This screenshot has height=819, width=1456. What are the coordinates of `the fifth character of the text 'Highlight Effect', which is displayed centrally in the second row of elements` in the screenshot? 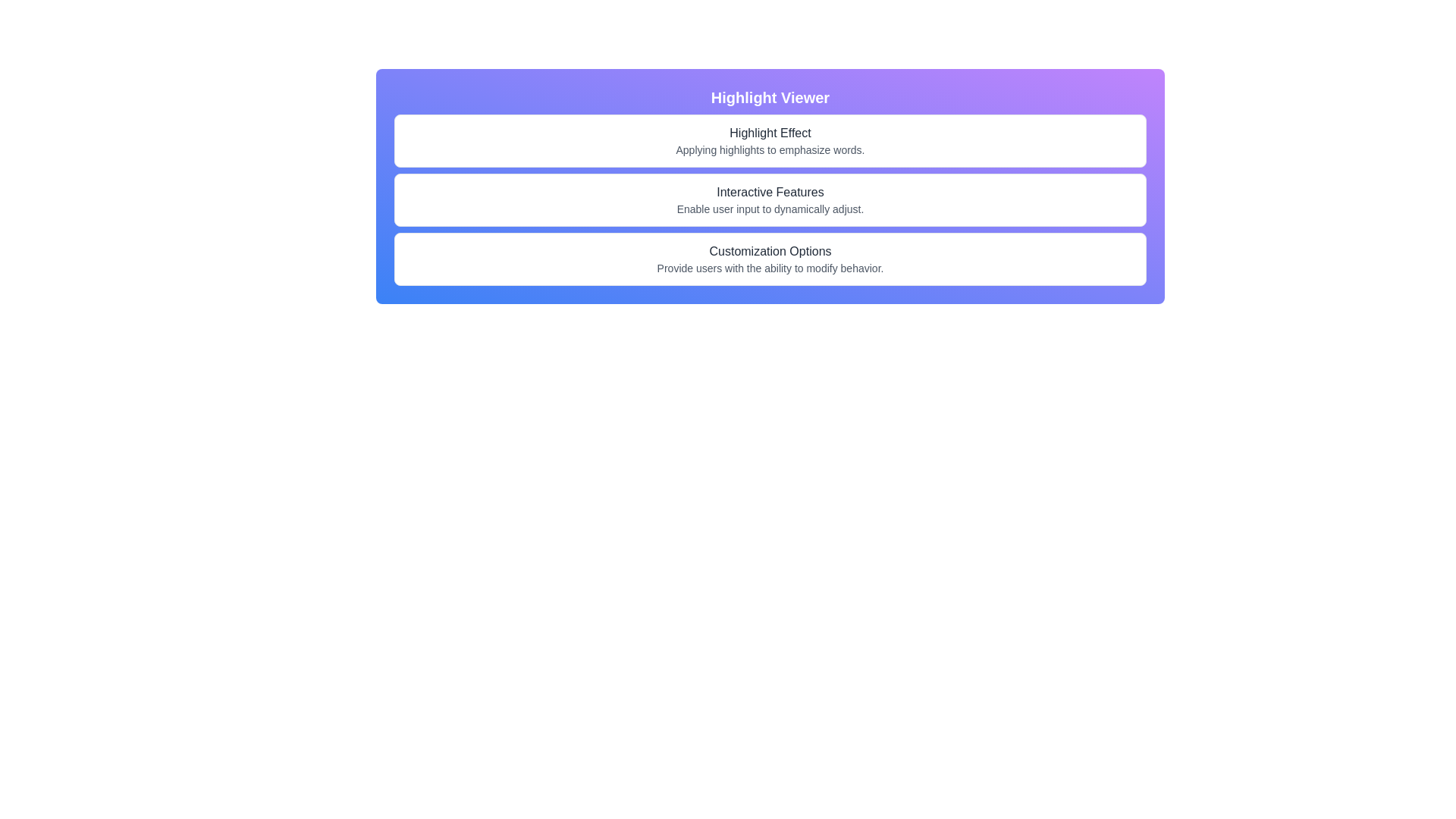 It's located at (756, 132).